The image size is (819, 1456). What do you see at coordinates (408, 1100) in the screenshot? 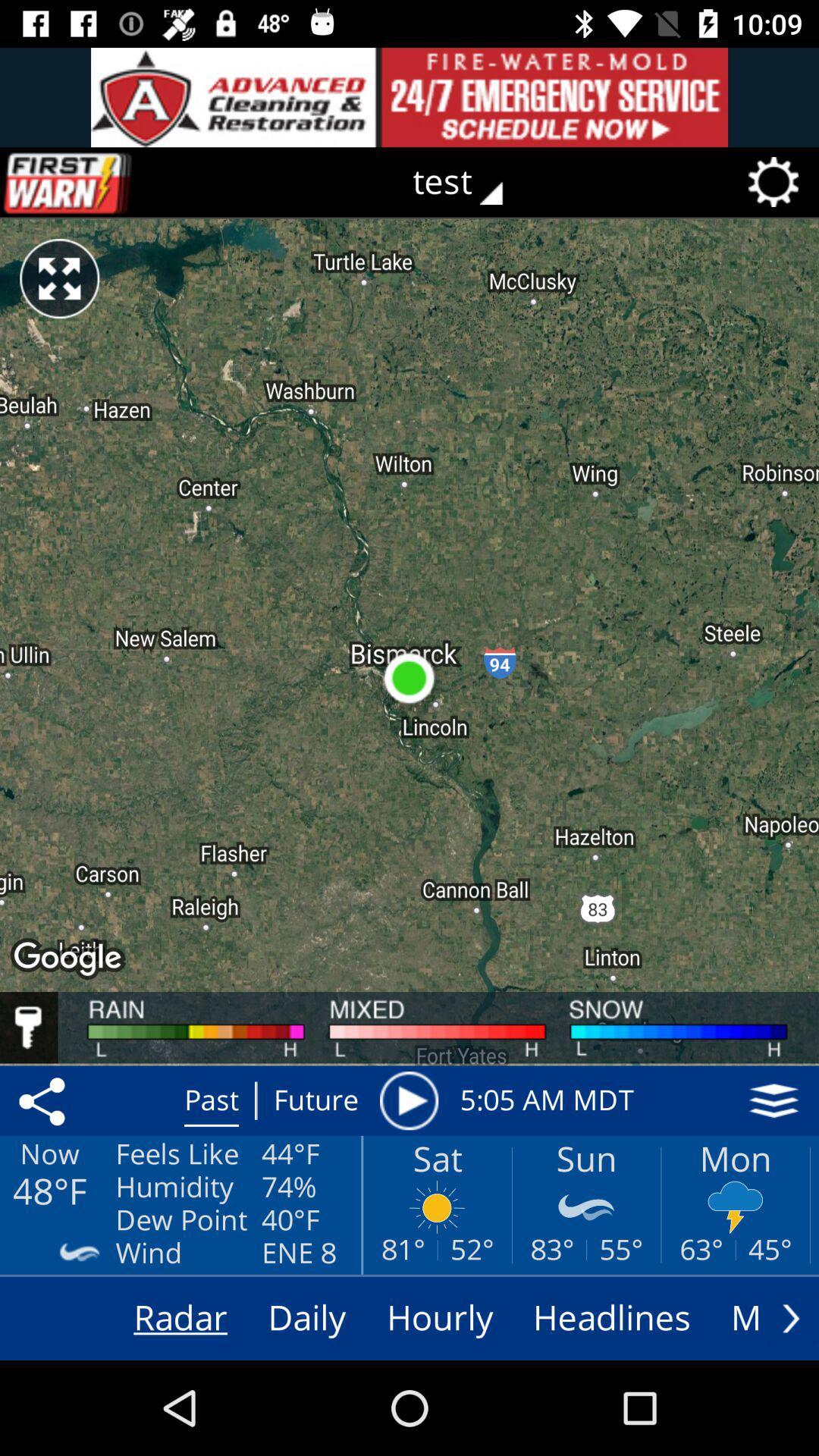
I see `the item to the left of the 5 05 am icon` at bounding box center [408, 1100].